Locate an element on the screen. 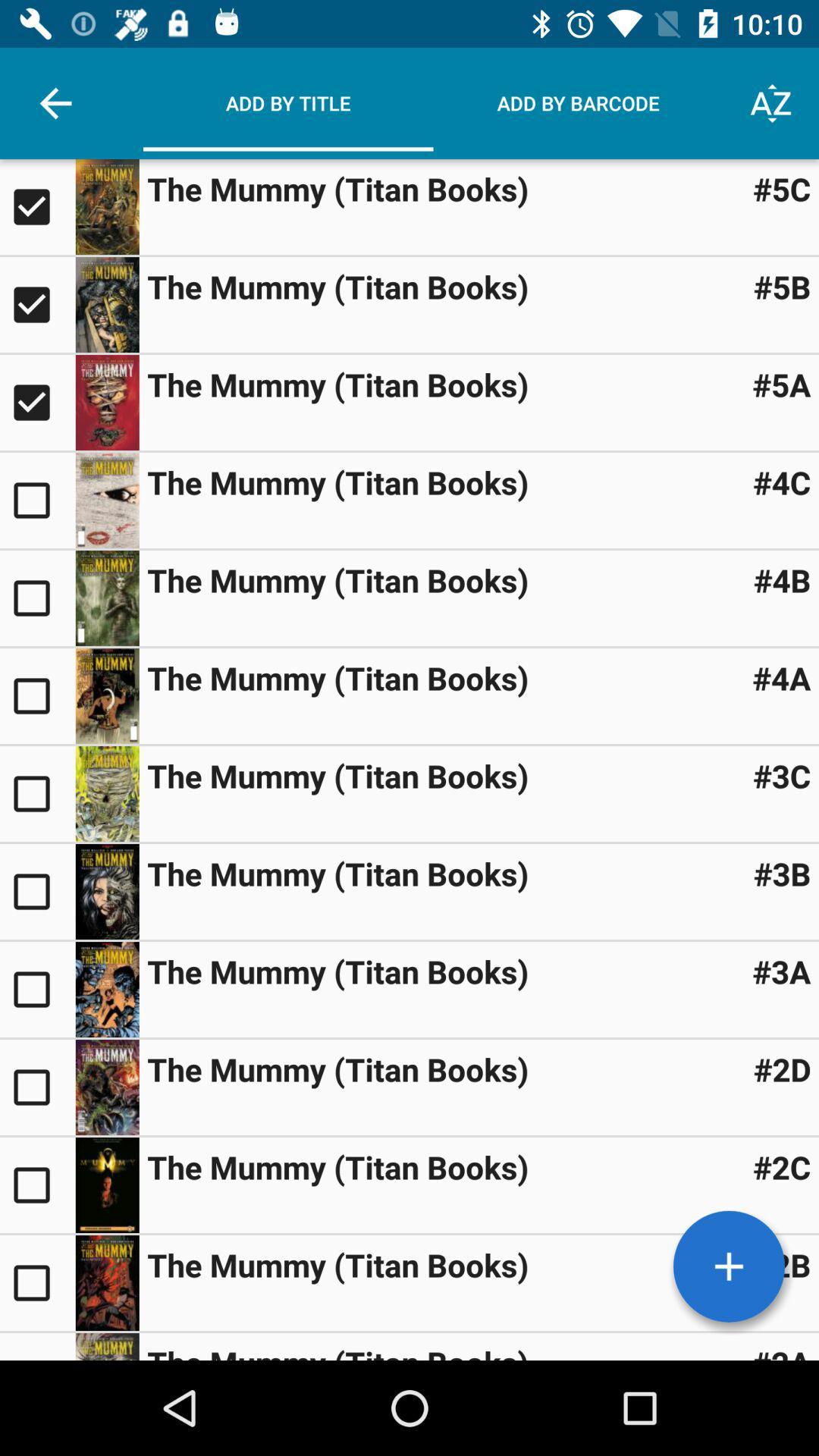 This screenshot has width=819, height=1456. image is located at coordinates (106, 1282).